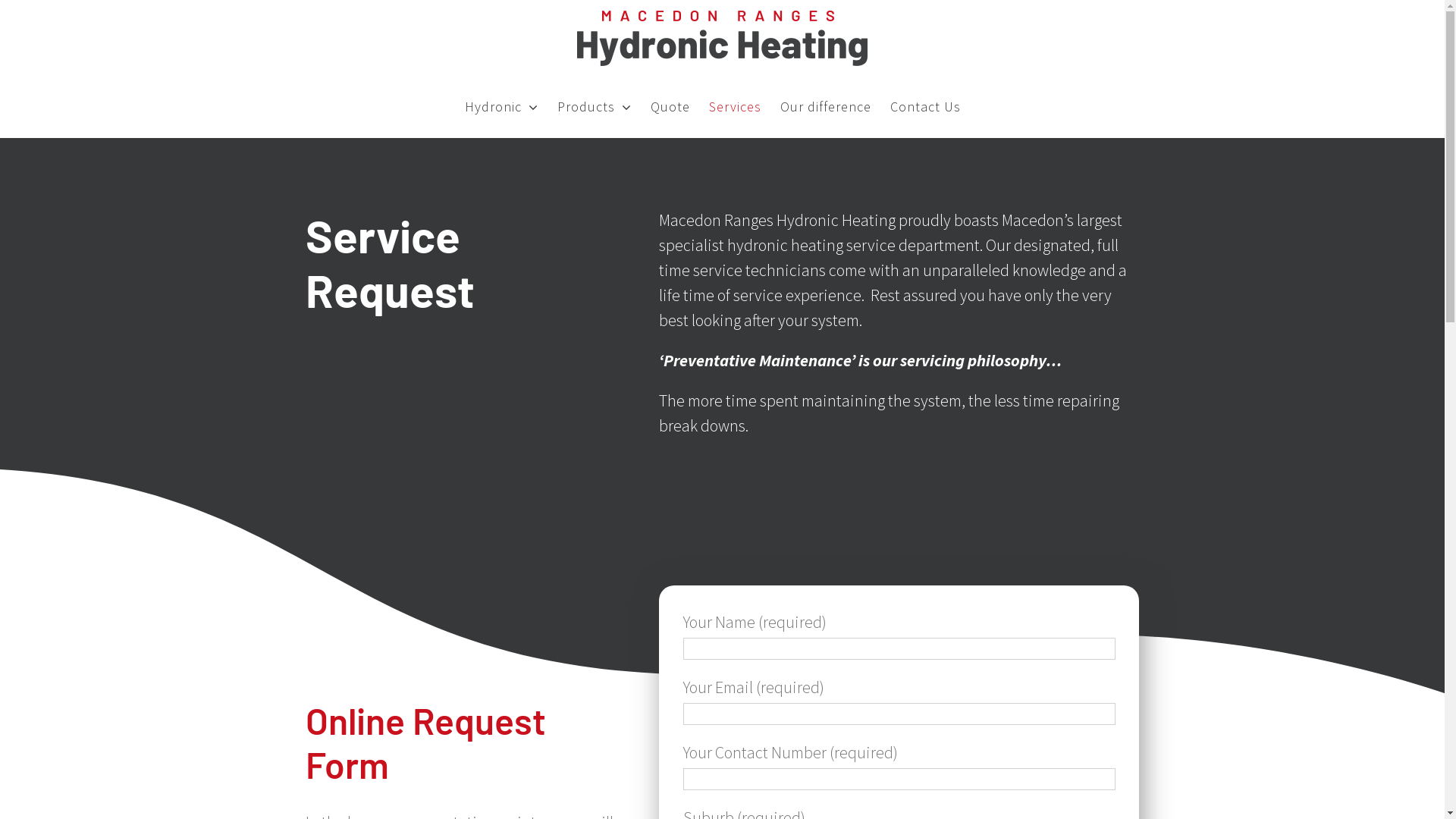  What do you see at coordinates (735, 106) in the screenshot?
I see `'Services'` at bounding box center [735, 106].